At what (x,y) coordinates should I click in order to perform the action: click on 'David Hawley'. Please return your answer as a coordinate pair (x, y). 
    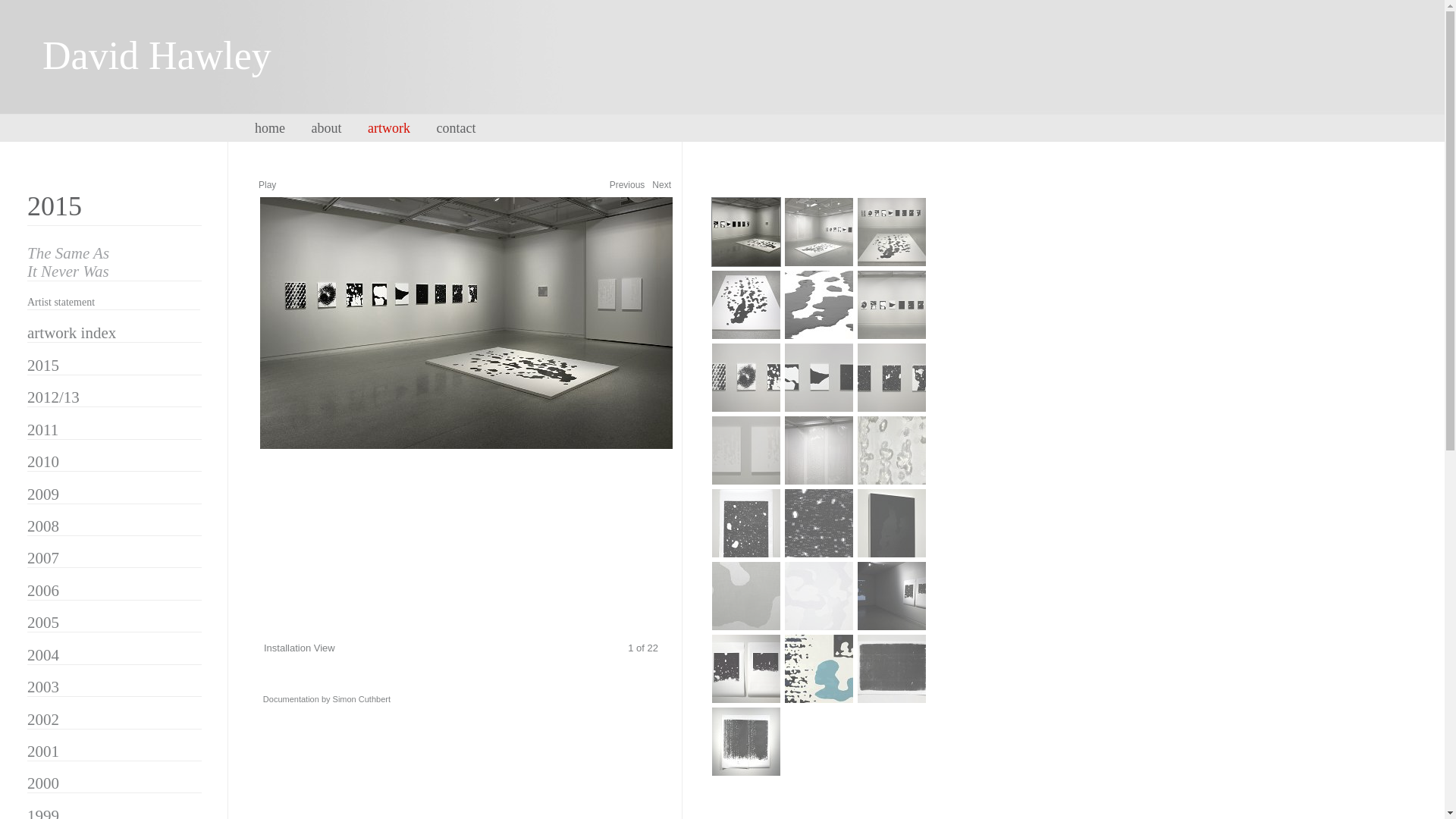
    Looking at the image, I should click on (179, 72).